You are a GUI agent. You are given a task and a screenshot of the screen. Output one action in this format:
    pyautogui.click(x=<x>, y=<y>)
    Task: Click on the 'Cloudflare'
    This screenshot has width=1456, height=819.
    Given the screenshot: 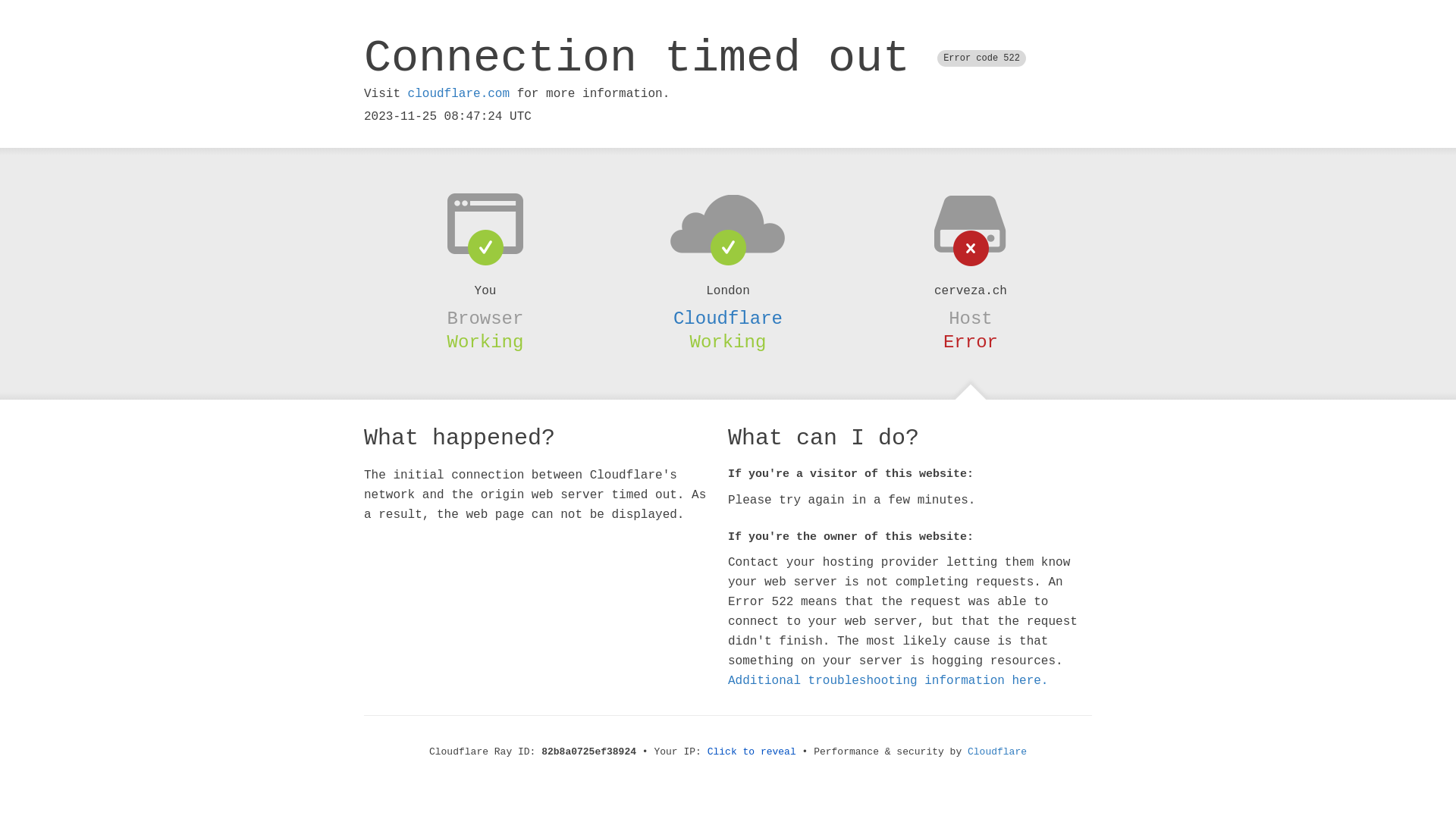 What is the action you would take?
    pyautogui.click(x=997, y=752)
    